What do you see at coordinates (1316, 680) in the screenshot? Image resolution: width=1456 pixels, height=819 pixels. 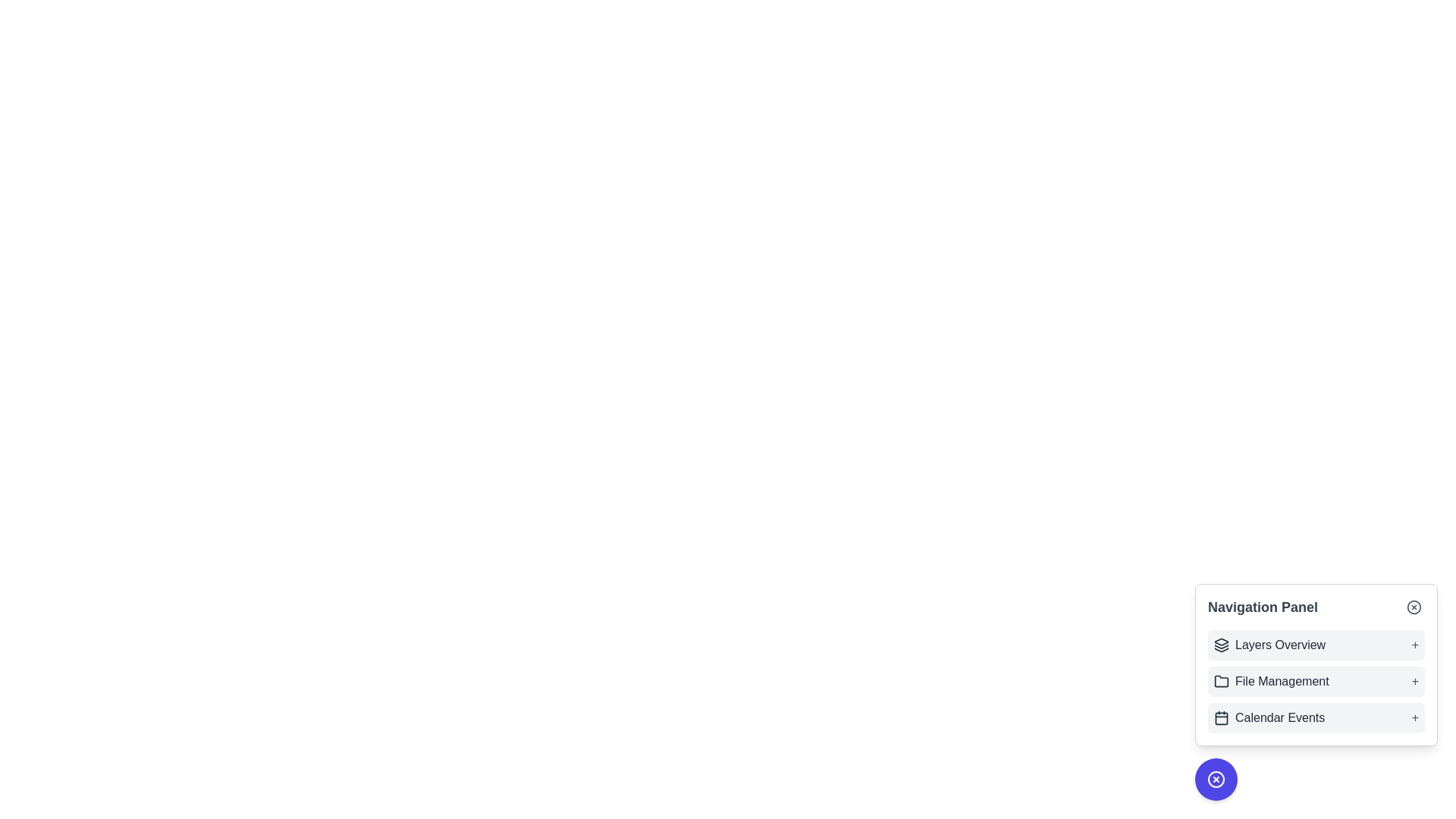 I see `to select the 'File Management' item in the navigation panel, which is indicated by a folder icon and a '+' symbol on the right, styled with a light background color` at bounding box center [1316, 680].